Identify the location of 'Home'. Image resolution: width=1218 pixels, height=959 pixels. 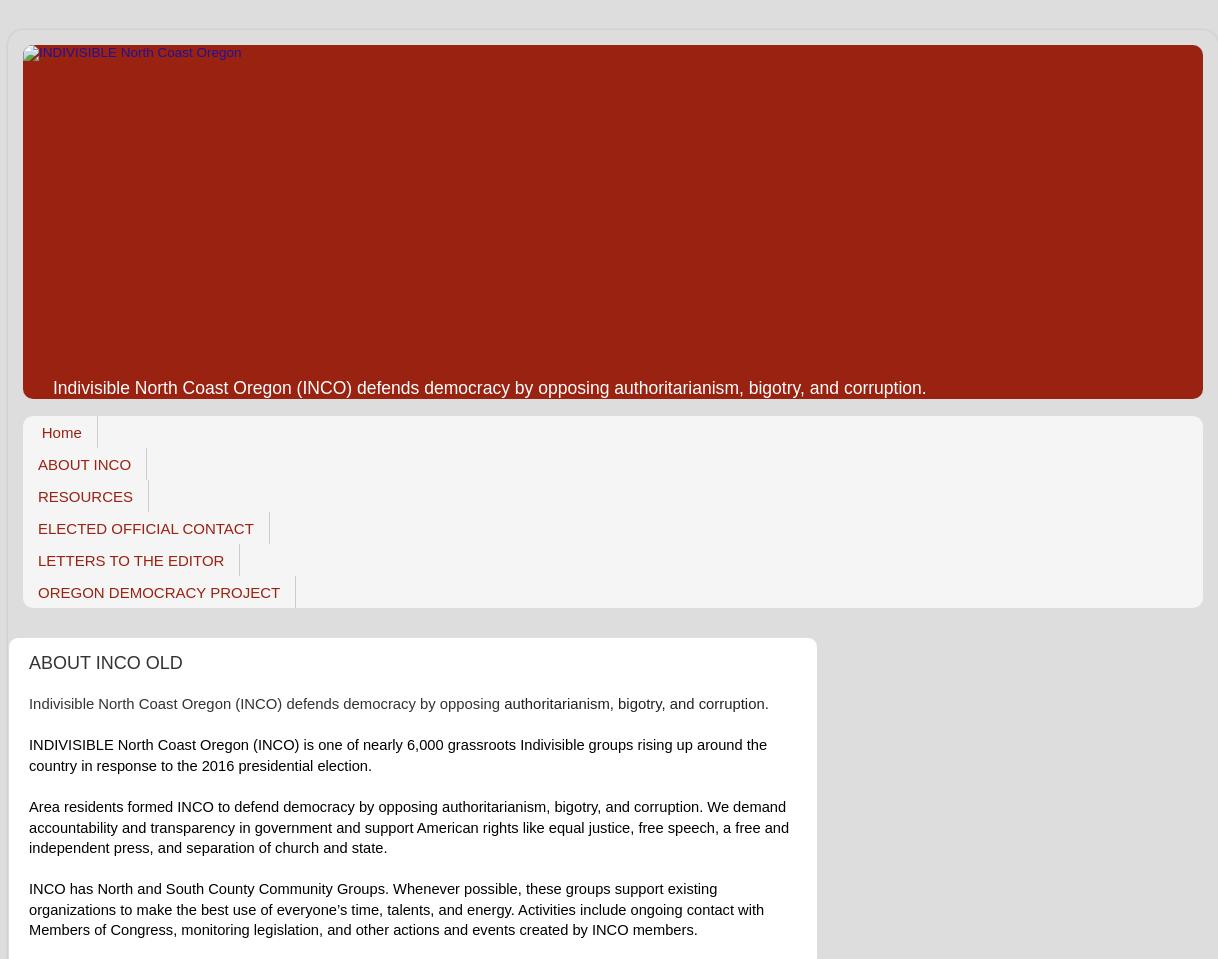
(60, 430).